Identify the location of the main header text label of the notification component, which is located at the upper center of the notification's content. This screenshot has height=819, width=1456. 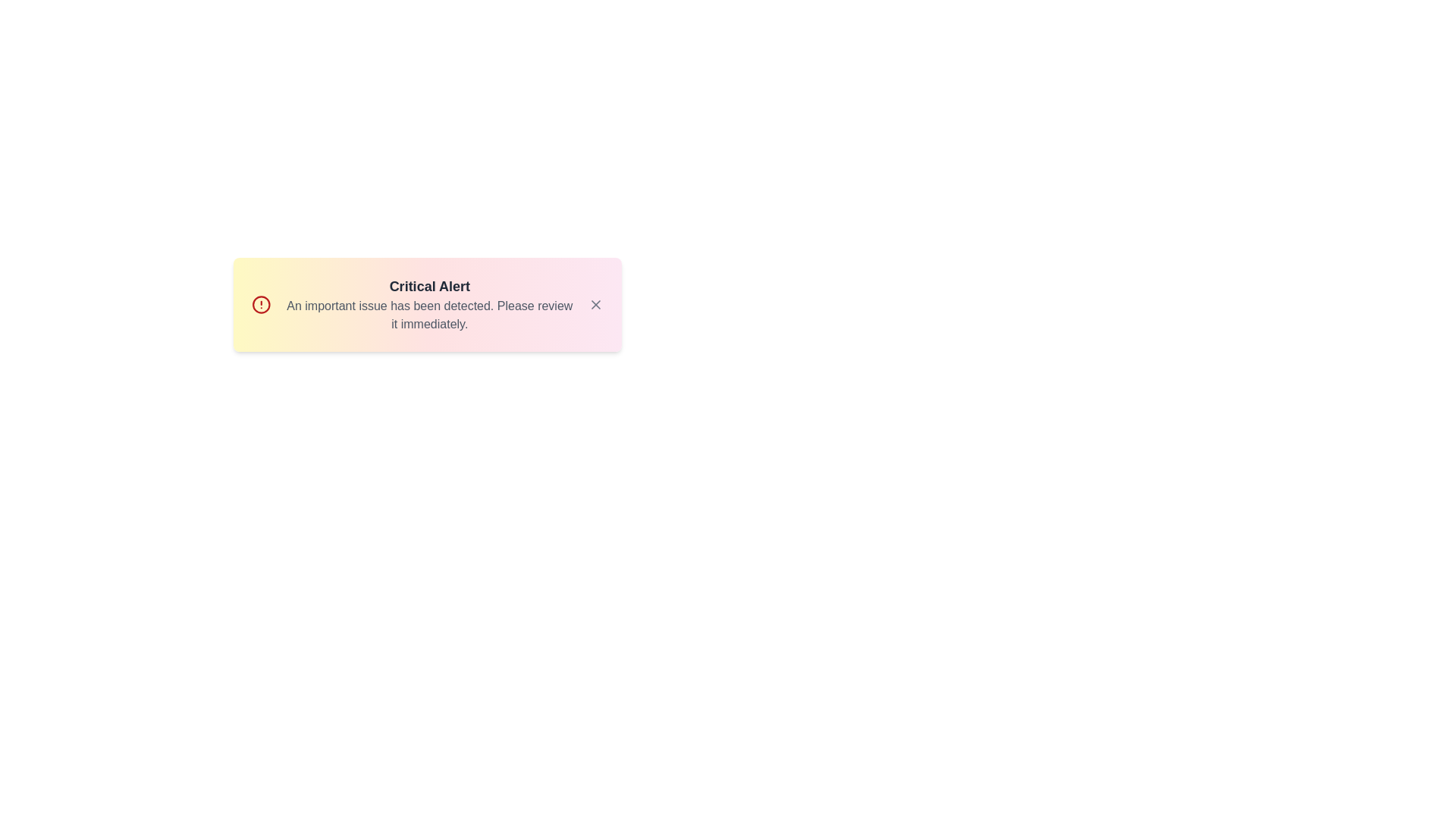
(428, 287).